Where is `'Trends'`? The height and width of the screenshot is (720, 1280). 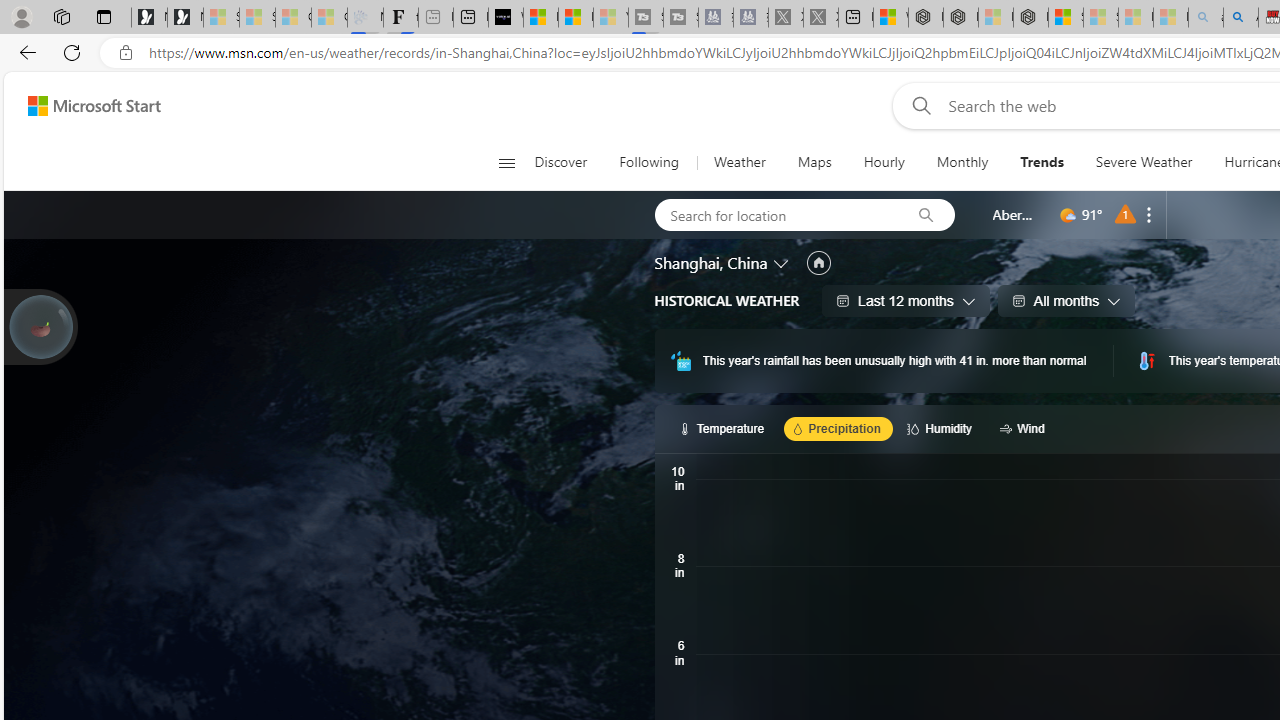
'Trends' is located at coordinates (1040, 162).